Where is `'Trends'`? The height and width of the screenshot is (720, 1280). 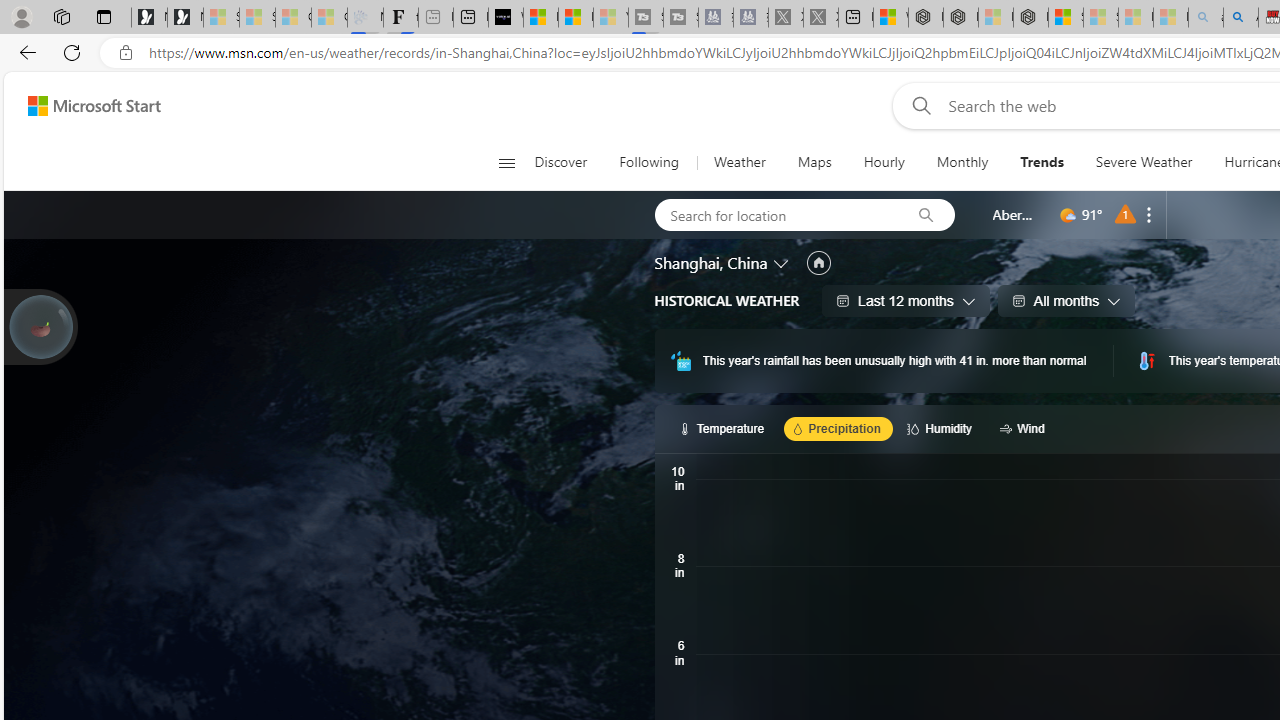
'Trends' is located at coordinates (1040, 162).